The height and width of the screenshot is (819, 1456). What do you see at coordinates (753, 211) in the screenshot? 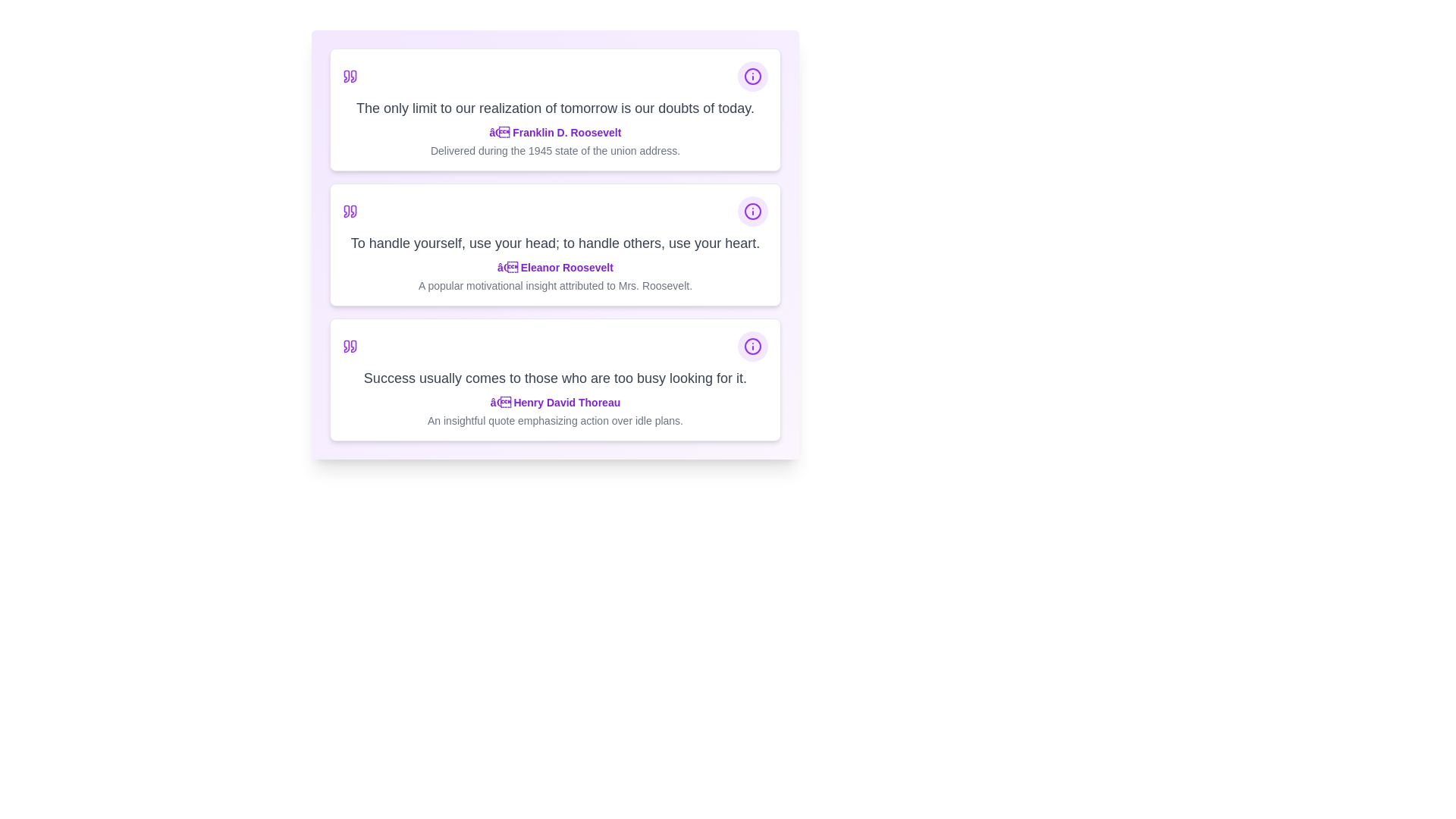
I see `the circular purple icon with an 'i' symbol located in the upper right corner of the purple-bordered card displaying the quote by Franklin D. Roosevelt for accessibility navigation` at bounding box center [753, 211].